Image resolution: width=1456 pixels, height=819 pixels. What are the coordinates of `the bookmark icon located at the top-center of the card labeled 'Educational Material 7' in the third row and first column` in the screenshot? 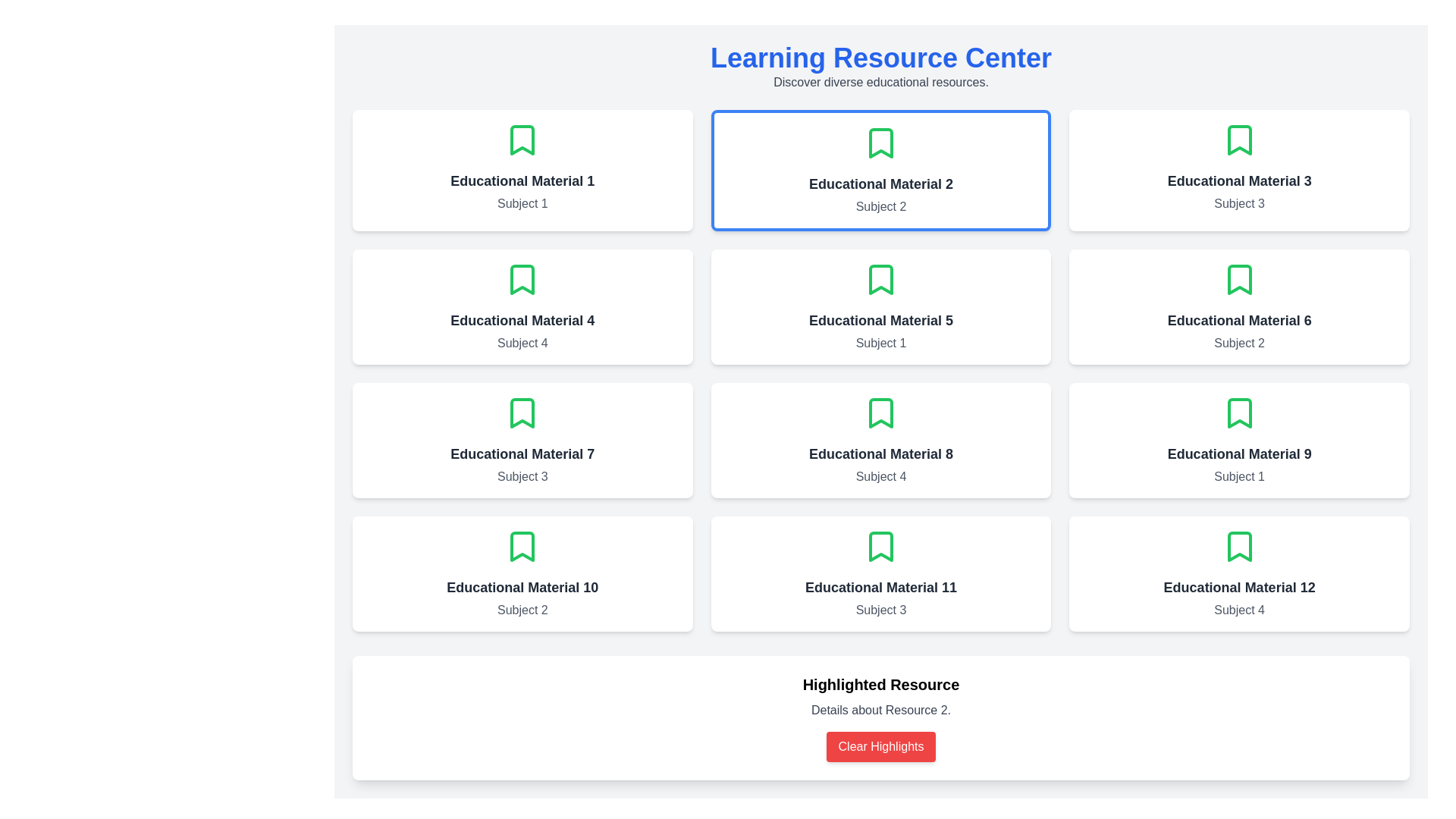 It's located at (522, 413).